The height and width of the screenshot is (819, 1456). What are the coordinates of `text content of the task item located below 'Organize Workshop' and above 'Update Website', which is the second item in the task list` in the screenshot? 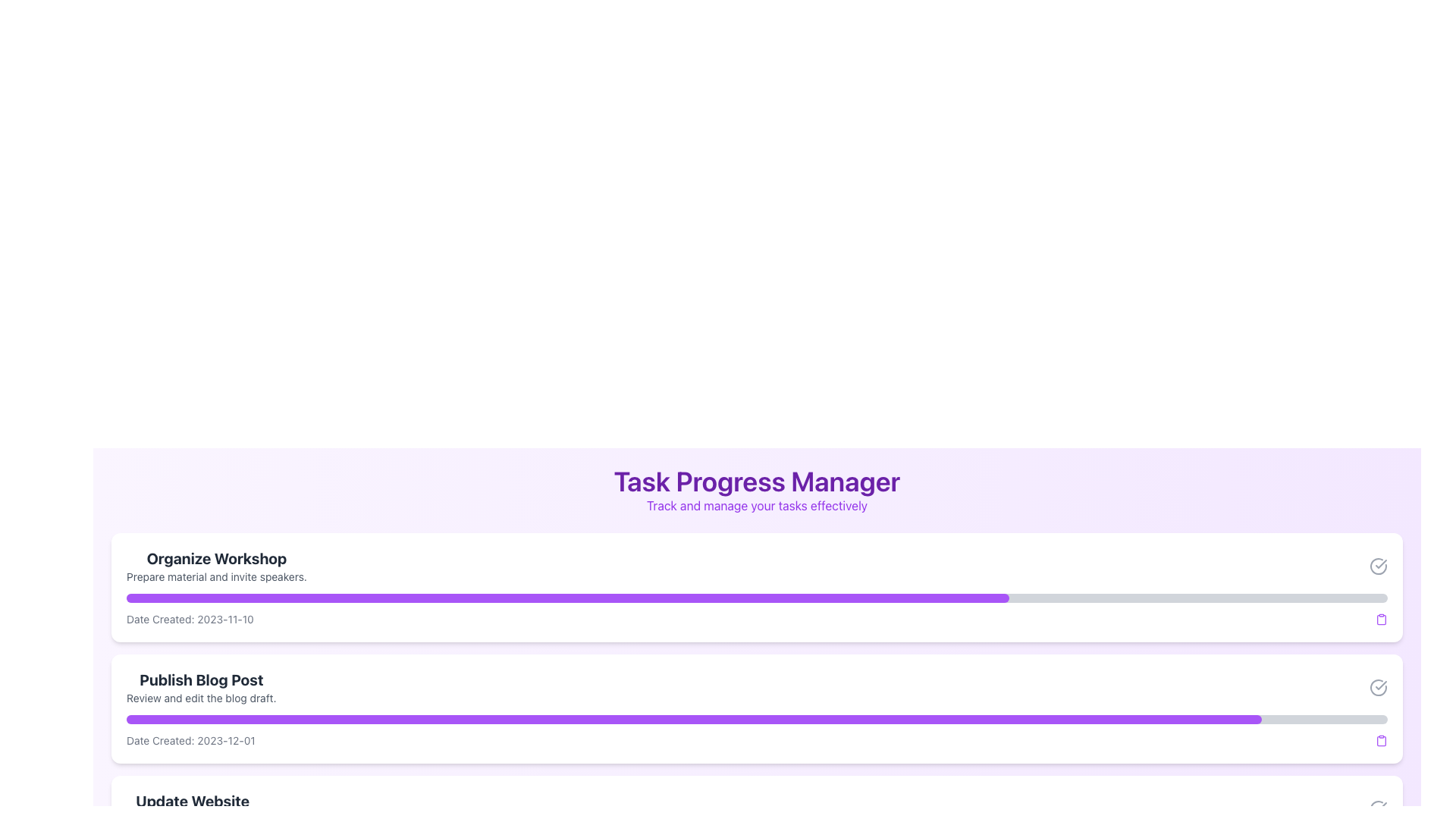 It's located at (200, 687).